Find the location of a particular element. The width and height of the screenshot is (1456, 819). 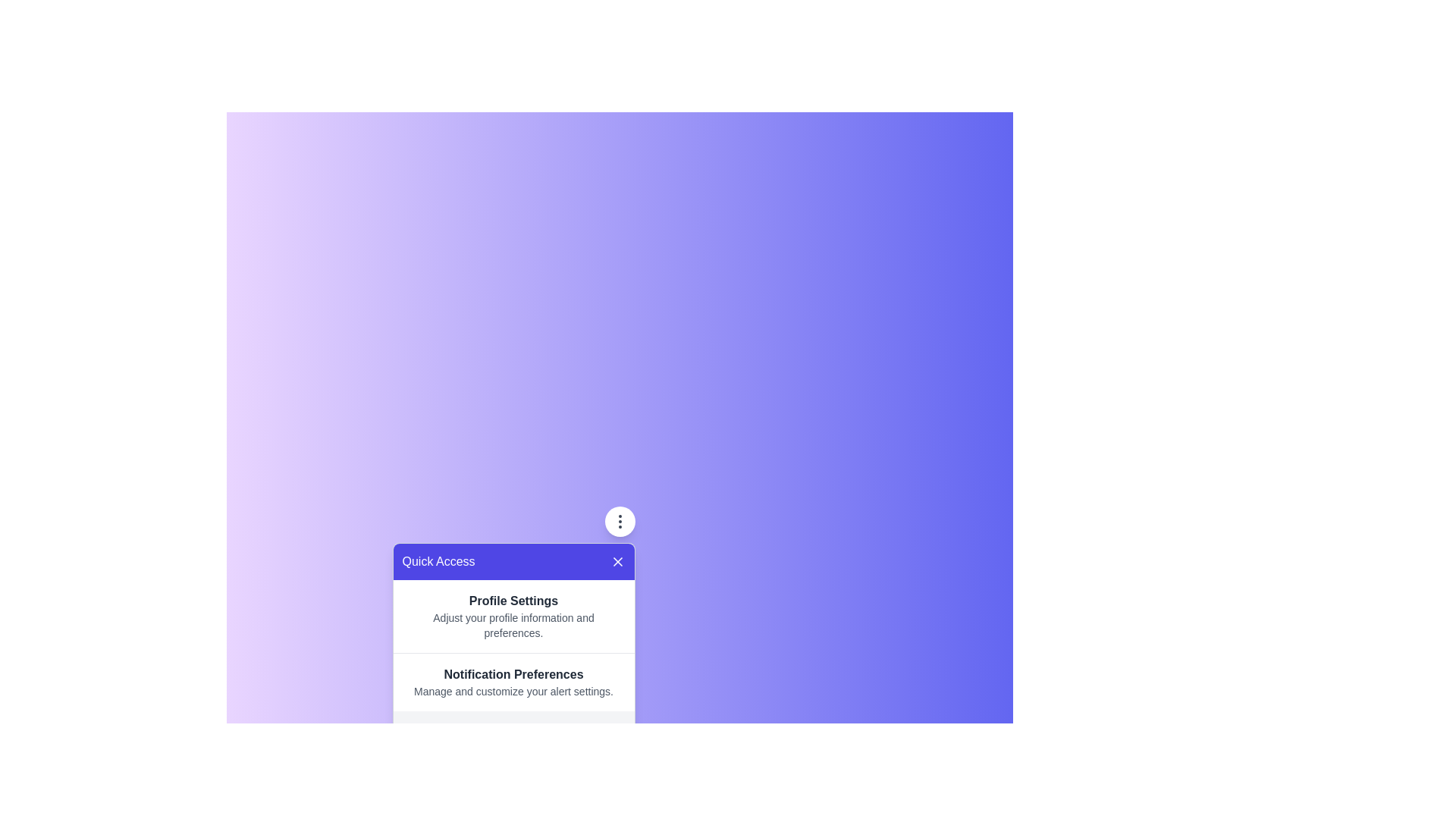

the close button, which is represented by a diagonal cross ('X') located in the top-right corner of the 'Quick Access' pop-up box with a purple background is located at coordinates (617, 561).